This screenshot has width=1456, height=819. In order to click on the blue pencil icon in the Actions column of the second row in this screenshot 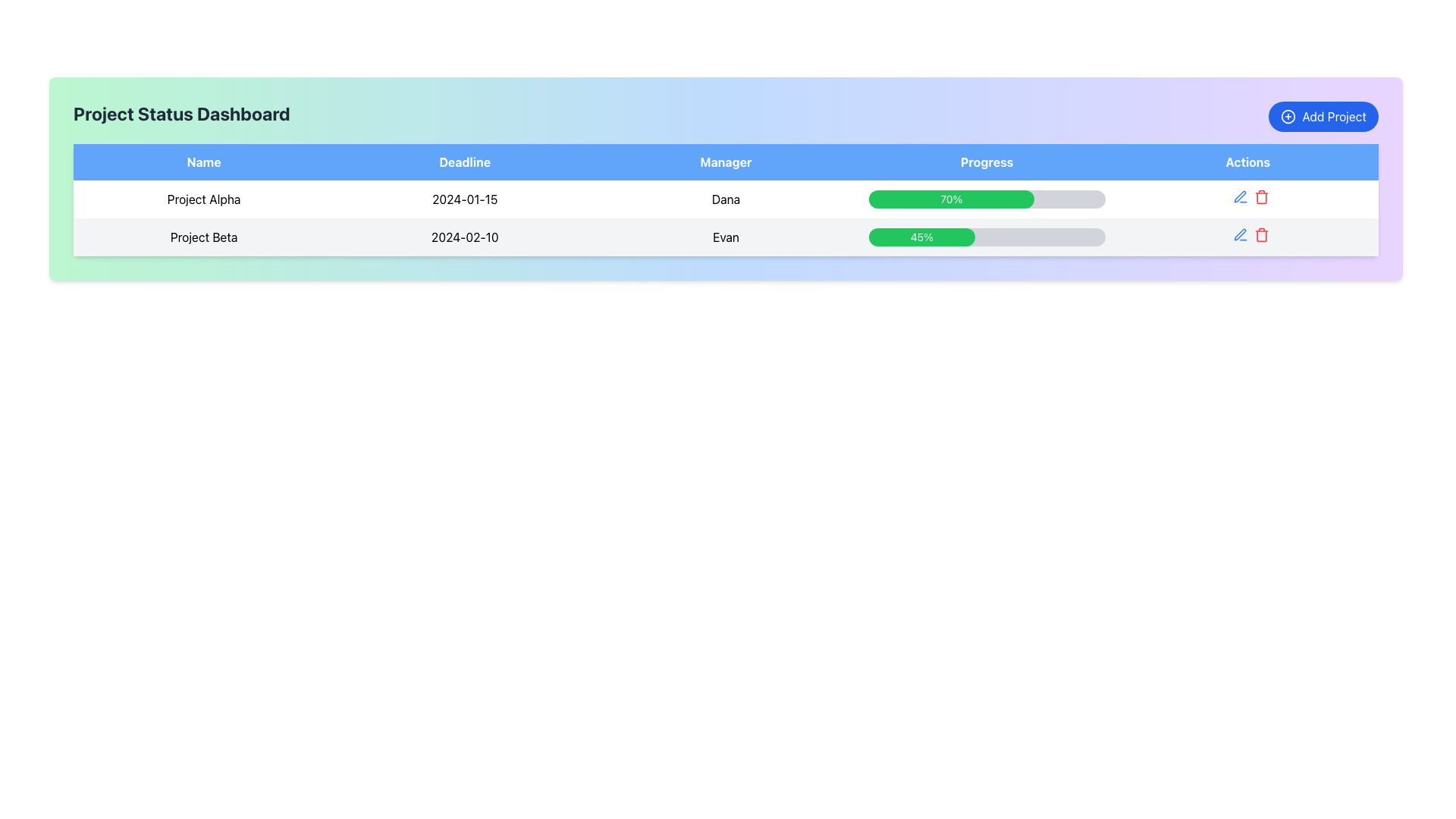, I will do `click(1240, 234)`.